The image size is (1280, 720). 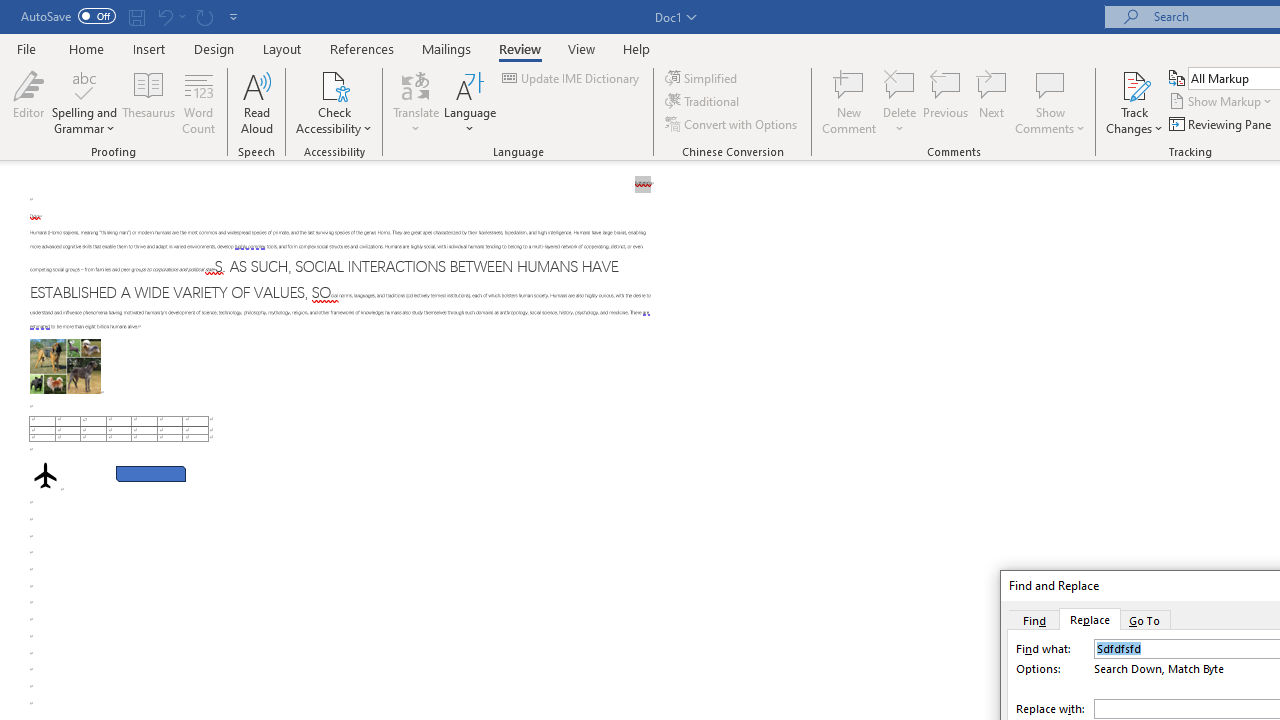 I want to click on 'Spelling and Grammar', so click(x=84, y=84).